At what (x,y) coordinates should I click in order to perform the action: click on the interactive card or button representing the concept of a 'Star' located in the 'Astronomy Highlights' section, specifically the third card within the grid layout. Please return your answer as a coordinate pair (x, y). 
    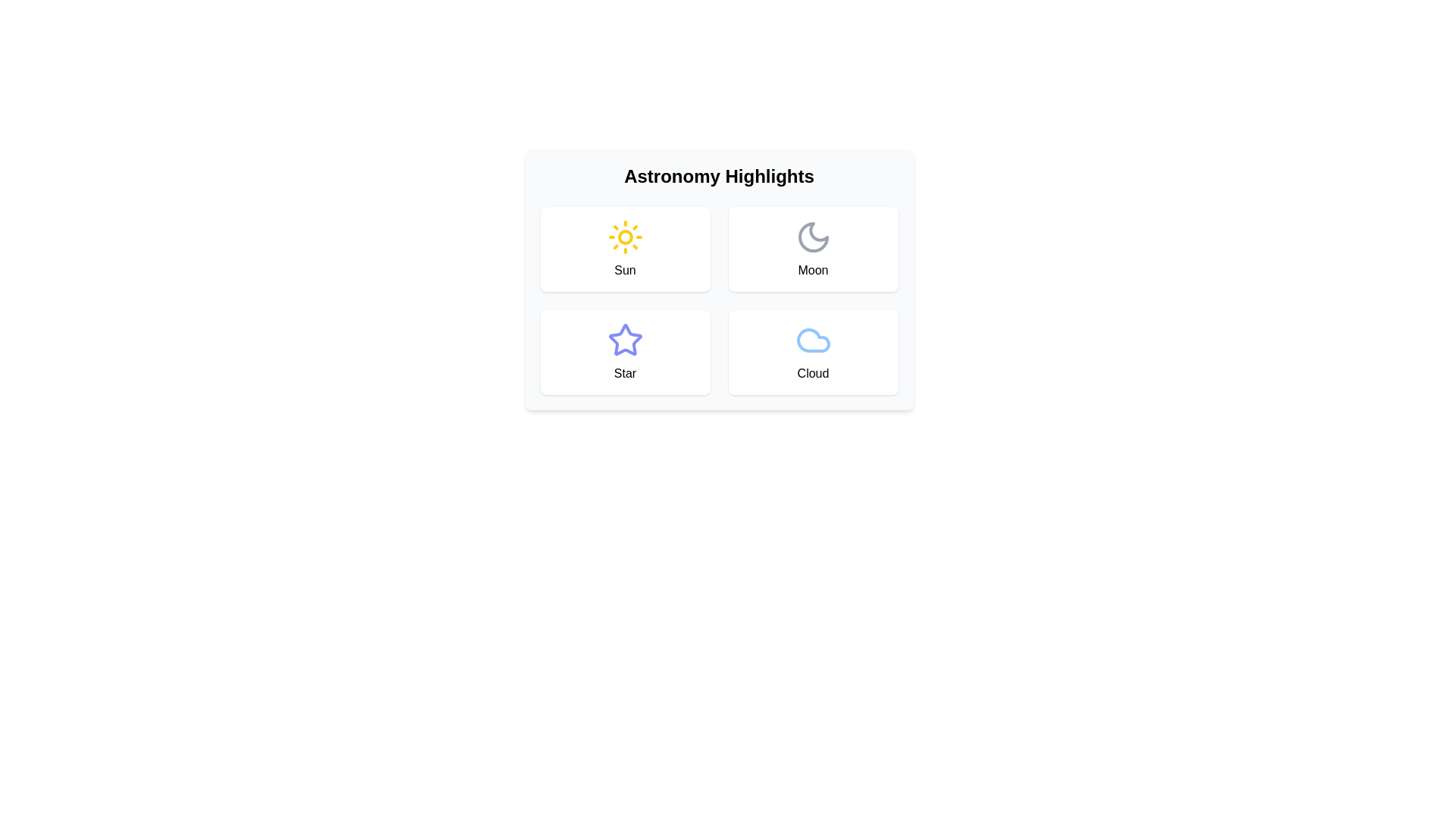
    Looking at the image, I should click on (625, 353).